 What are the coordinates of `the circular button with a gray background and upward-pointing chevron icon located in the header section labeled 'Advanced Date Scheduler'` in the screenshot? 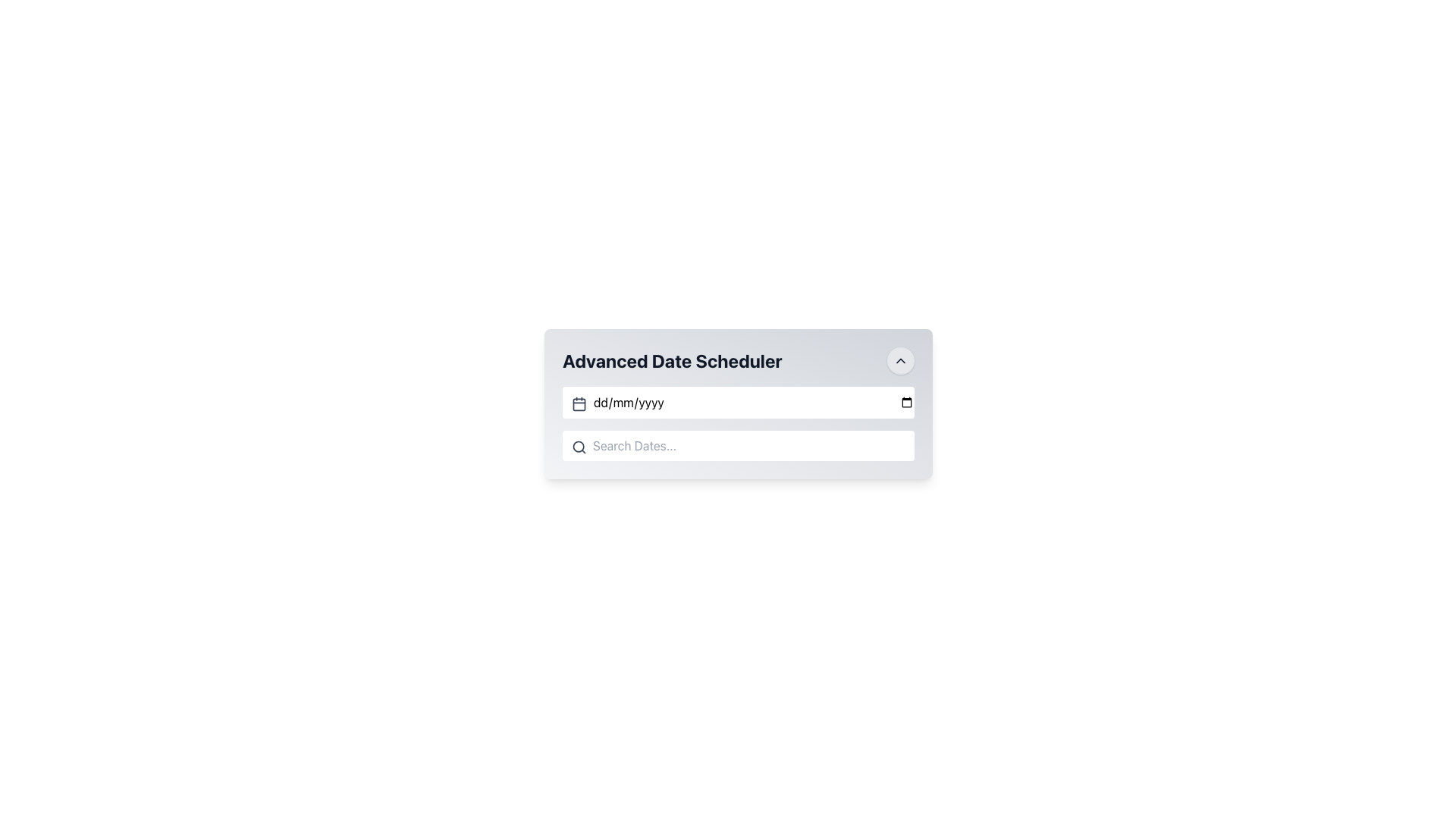 It's located at (901, 360).